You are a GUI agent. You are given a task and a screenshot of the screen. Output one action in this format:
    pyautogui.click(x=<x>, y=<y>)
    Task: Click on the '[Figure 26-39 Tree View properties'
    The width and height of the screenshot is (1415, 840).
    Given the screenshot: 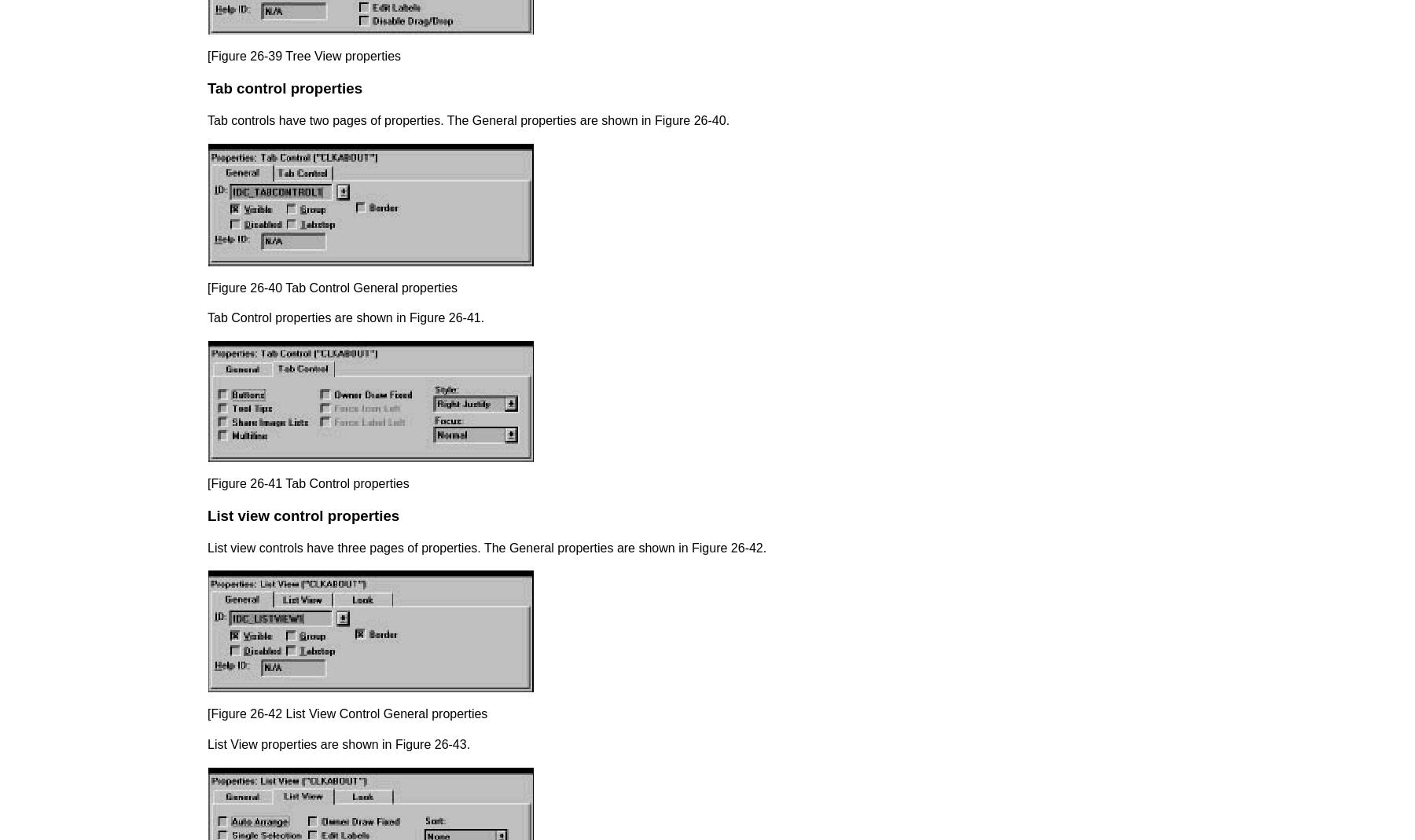 What is the action you would take?
    pyautogui.click(x=304, y=55)
    